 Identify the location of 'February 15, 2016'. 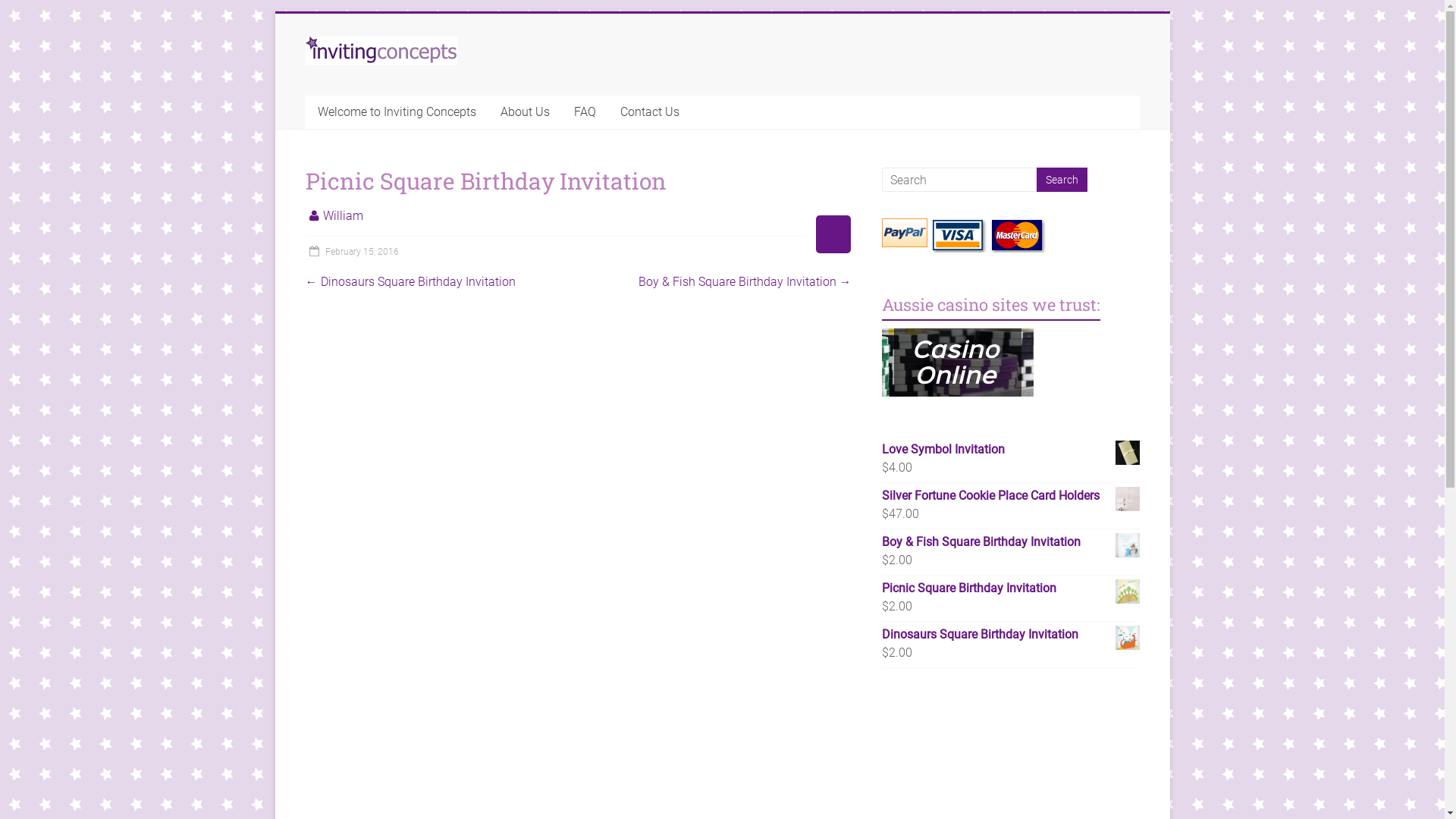
(350, 250).